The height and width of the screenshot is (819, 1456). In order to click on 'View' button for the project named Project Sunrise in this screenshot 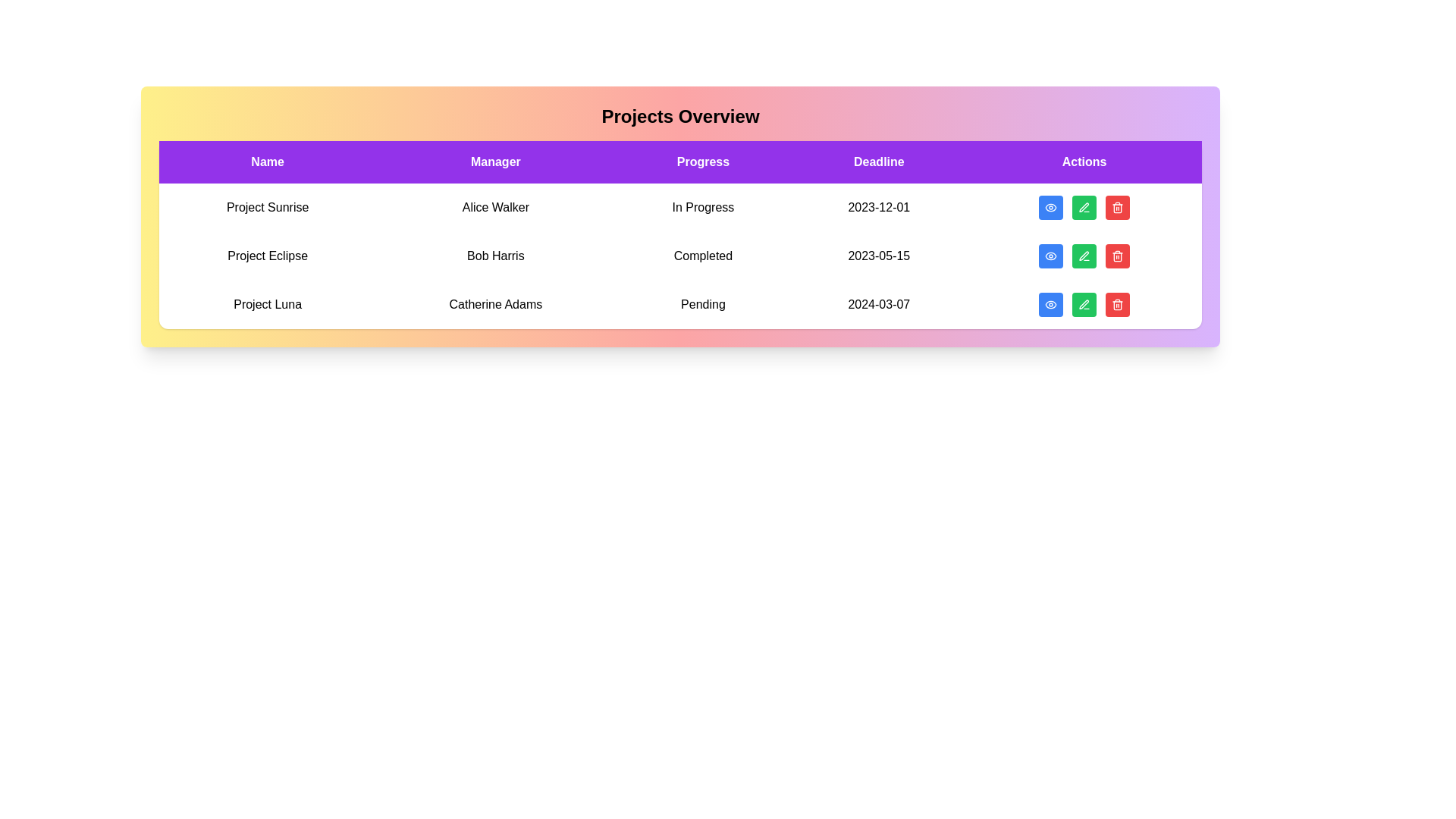, I will do `click(1050, 207)`.